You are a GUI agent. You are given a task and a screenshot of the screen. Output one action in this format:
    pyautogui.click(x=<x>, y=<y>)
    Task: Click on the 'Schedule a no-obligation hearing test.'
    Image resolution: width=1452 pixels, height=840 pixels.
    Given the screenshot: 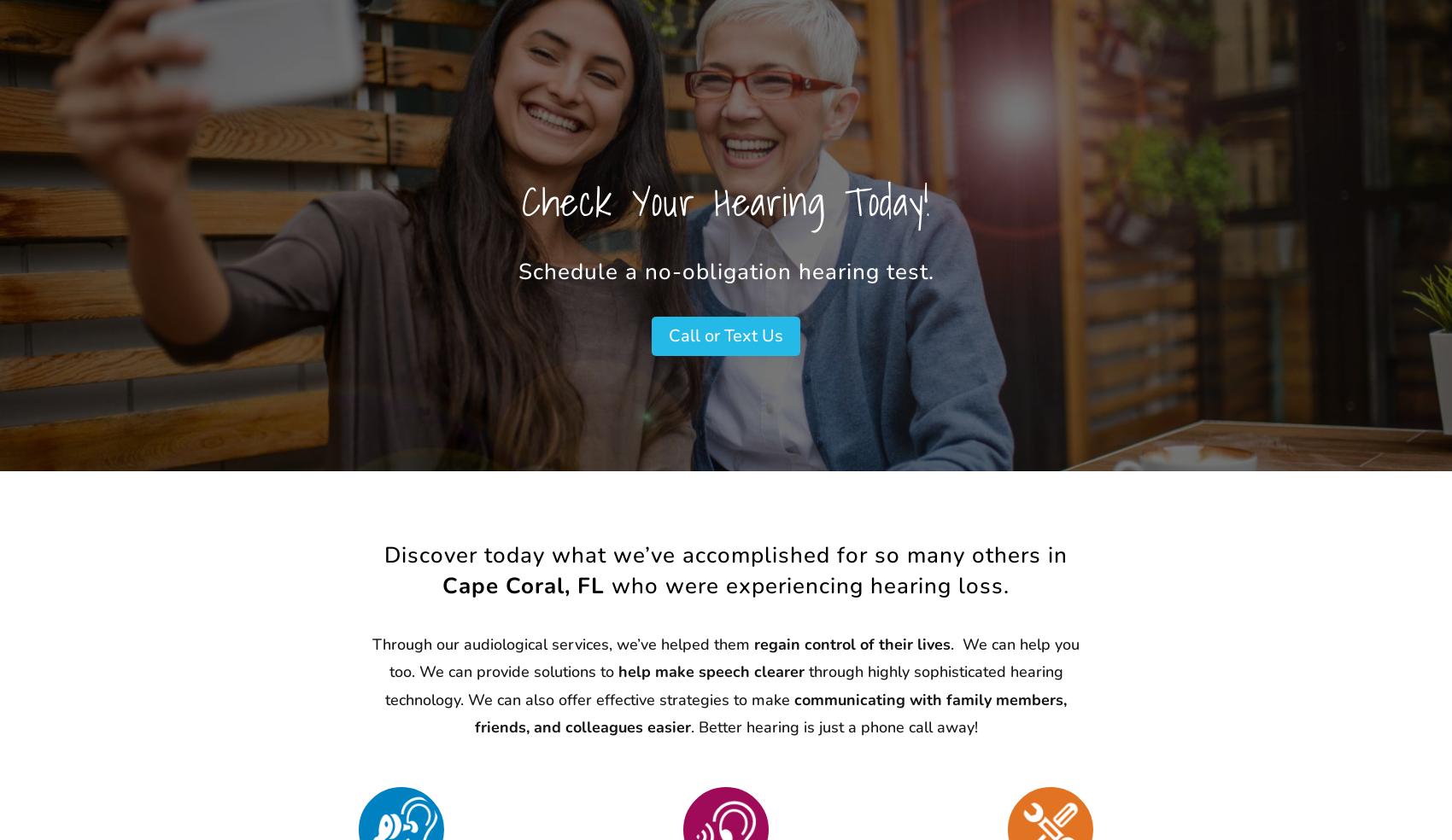 What is the action you would take?
    pyautogui.click(x=724, y=271)
    